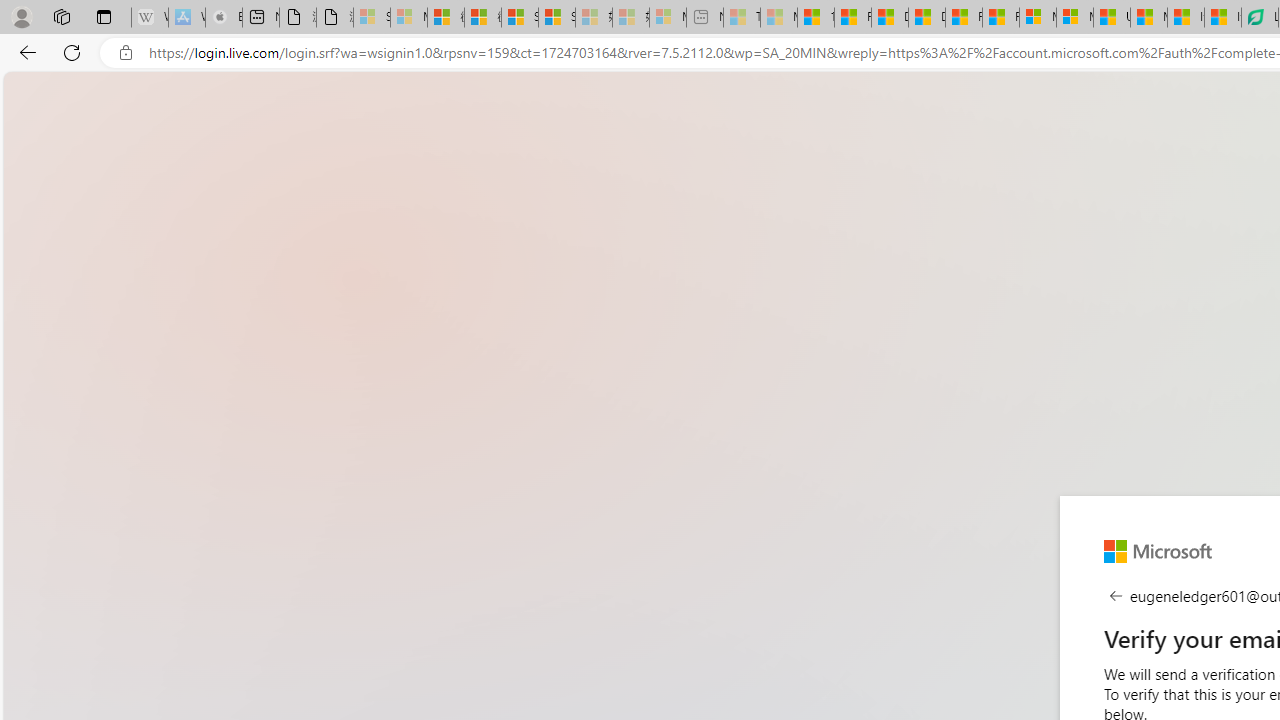 The height and width of the screenshot is (720, 1280). What do you see at coordinates (372, 17) in the screenshot?
I see `'Sign in to your Microsoft account - Sleeping'` at bounding box center [372, 17].